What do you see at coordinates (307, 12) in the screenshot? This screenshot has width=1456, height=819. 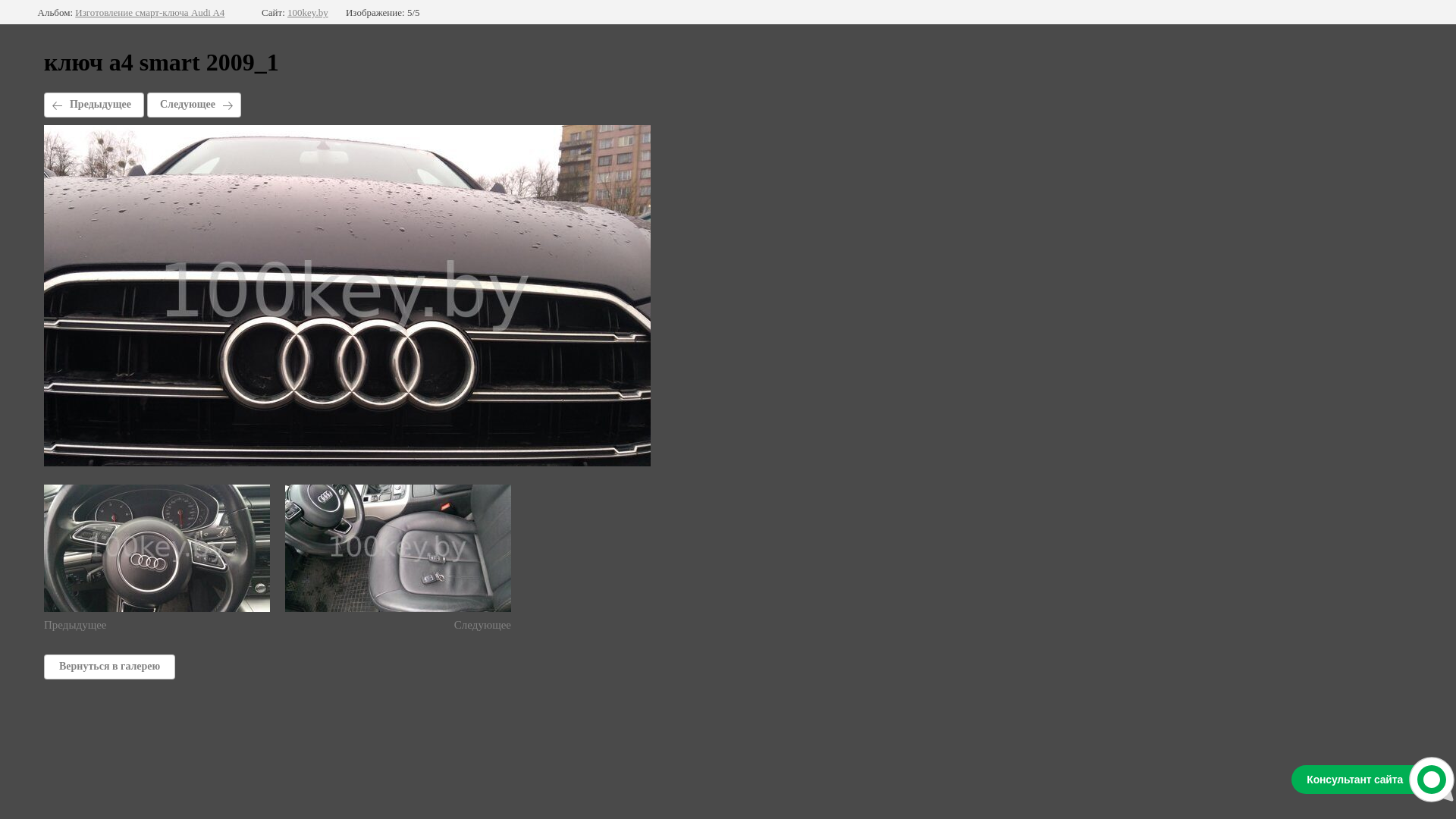 I see `'100key.by'` at bounding box center [307, 12].